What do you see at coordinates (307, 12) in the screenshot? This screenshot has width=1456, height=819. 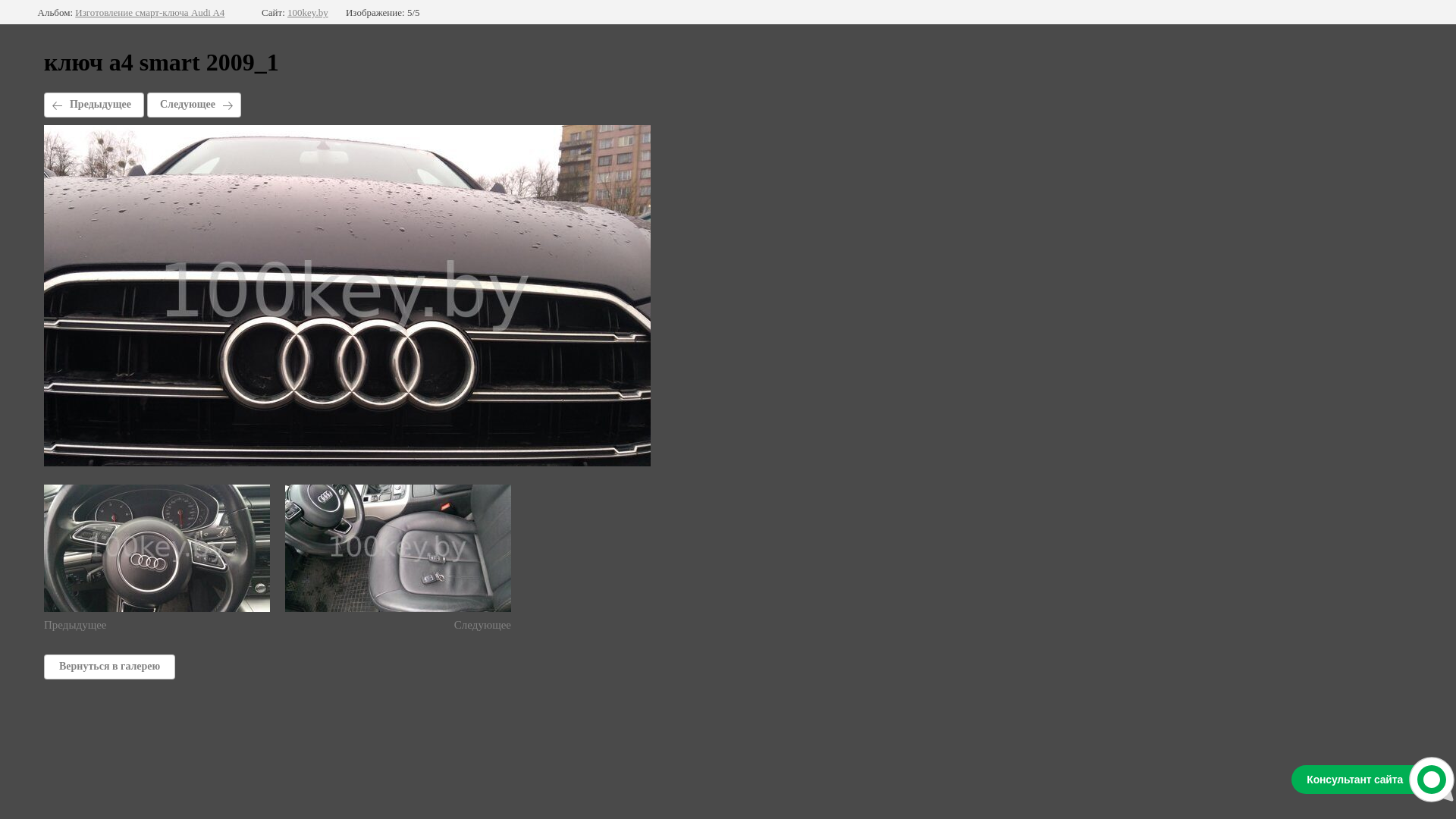 I see `'100key.by'` at bounding box center [307, 12].